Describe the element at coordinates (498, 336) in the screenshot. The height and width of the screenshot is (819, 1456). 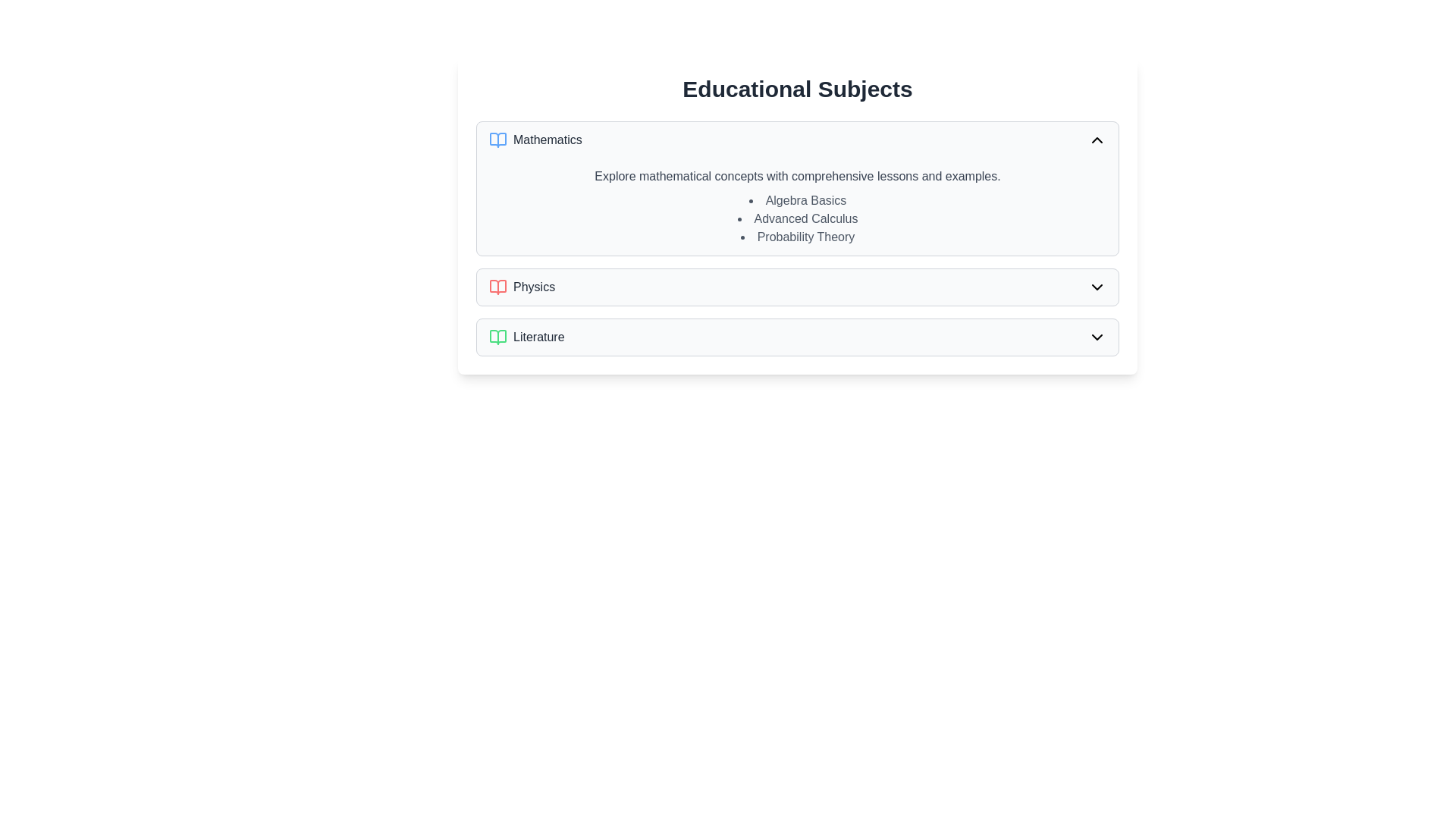
I see `the green open book icon located to the left of the 'Literature' text label within the 'Educational Subjects' options list` at that location.